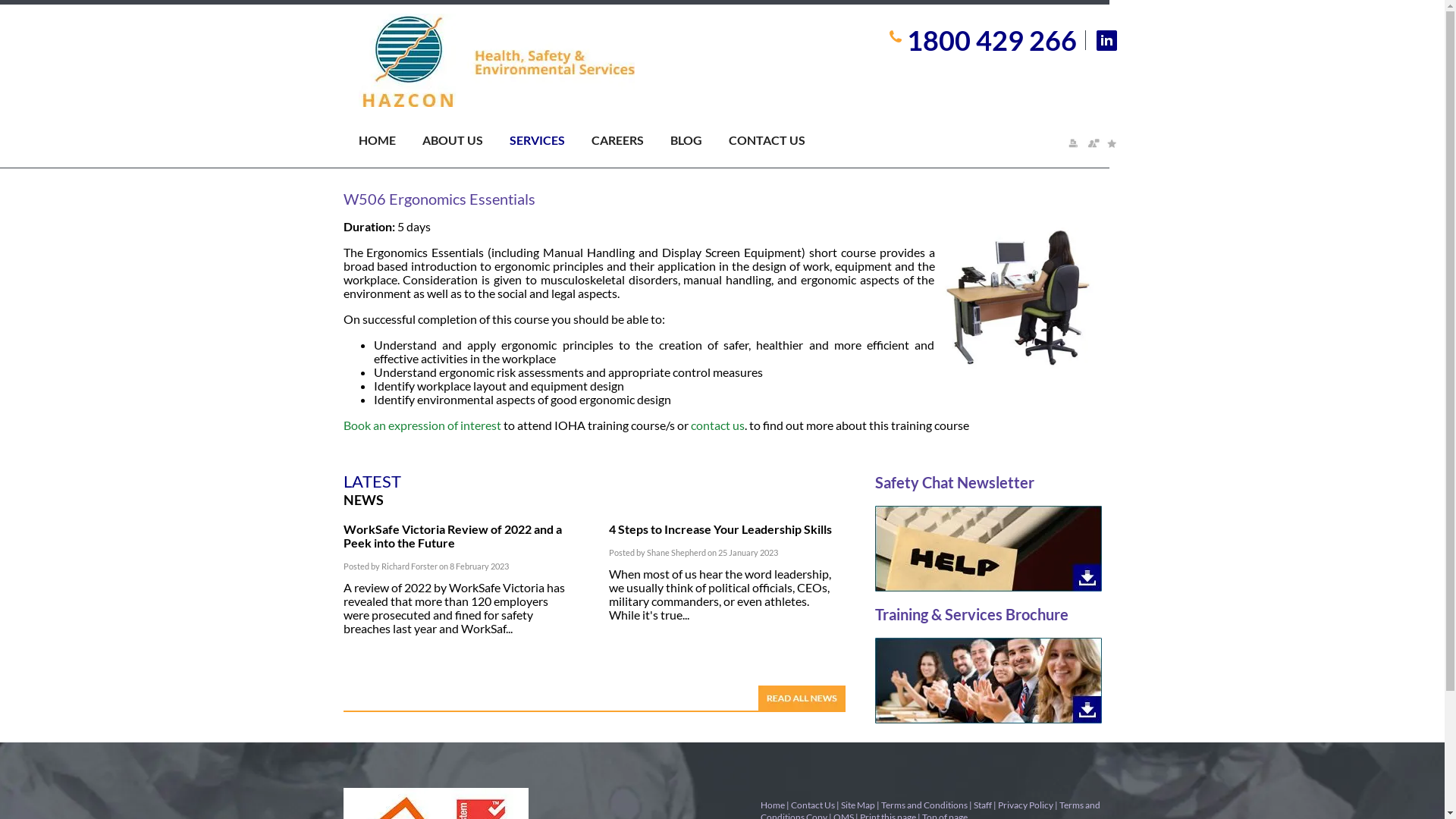 This screenshot has width=1456, height=819. Describe the element at coordinates (450, 535) in the screenshot. I see `'WorkSafe Victoria Review of 2022 and a Peek into the Future'` at that location.